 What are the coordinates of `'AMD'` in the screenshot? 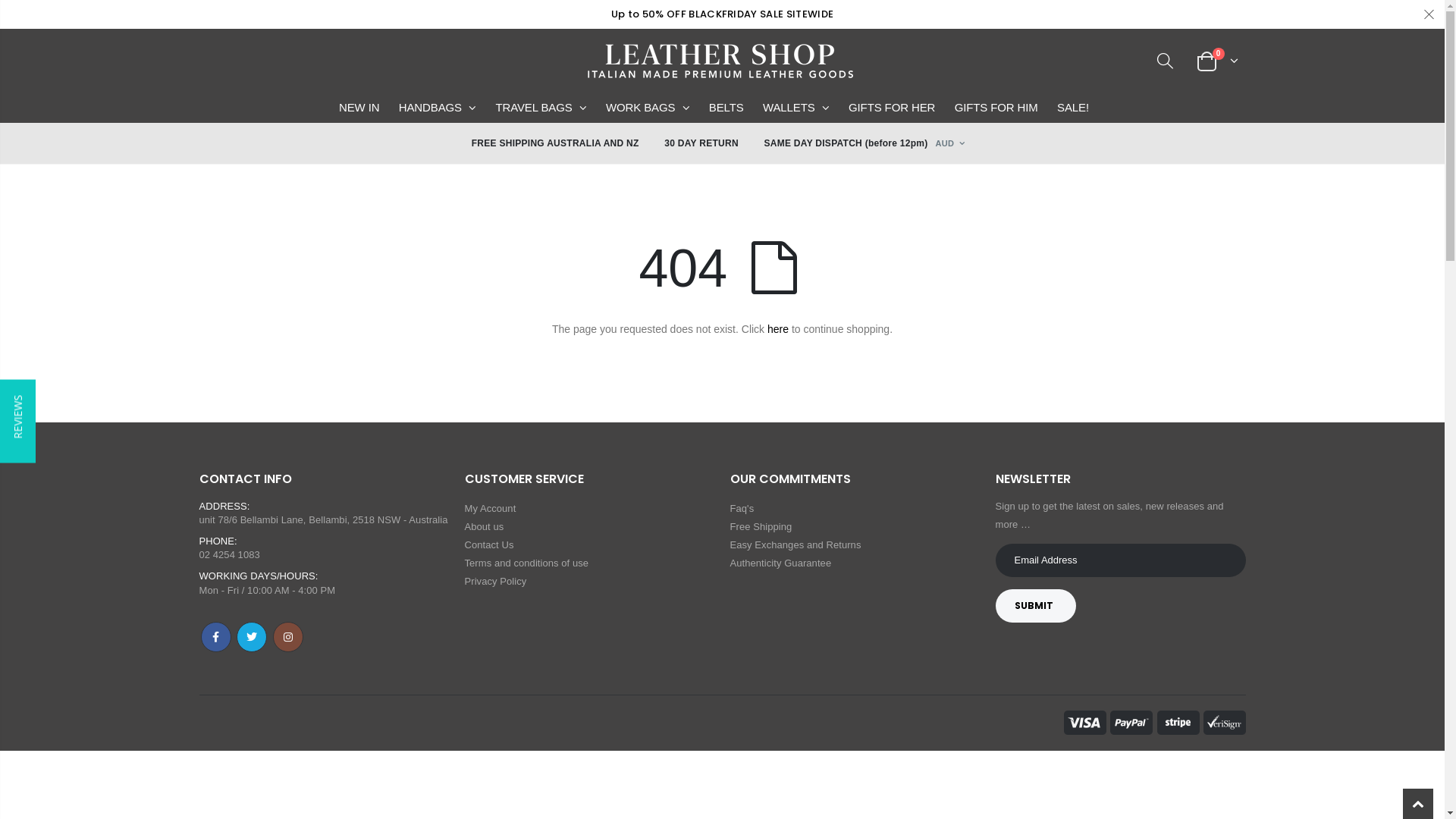 It's located at (948, 237).